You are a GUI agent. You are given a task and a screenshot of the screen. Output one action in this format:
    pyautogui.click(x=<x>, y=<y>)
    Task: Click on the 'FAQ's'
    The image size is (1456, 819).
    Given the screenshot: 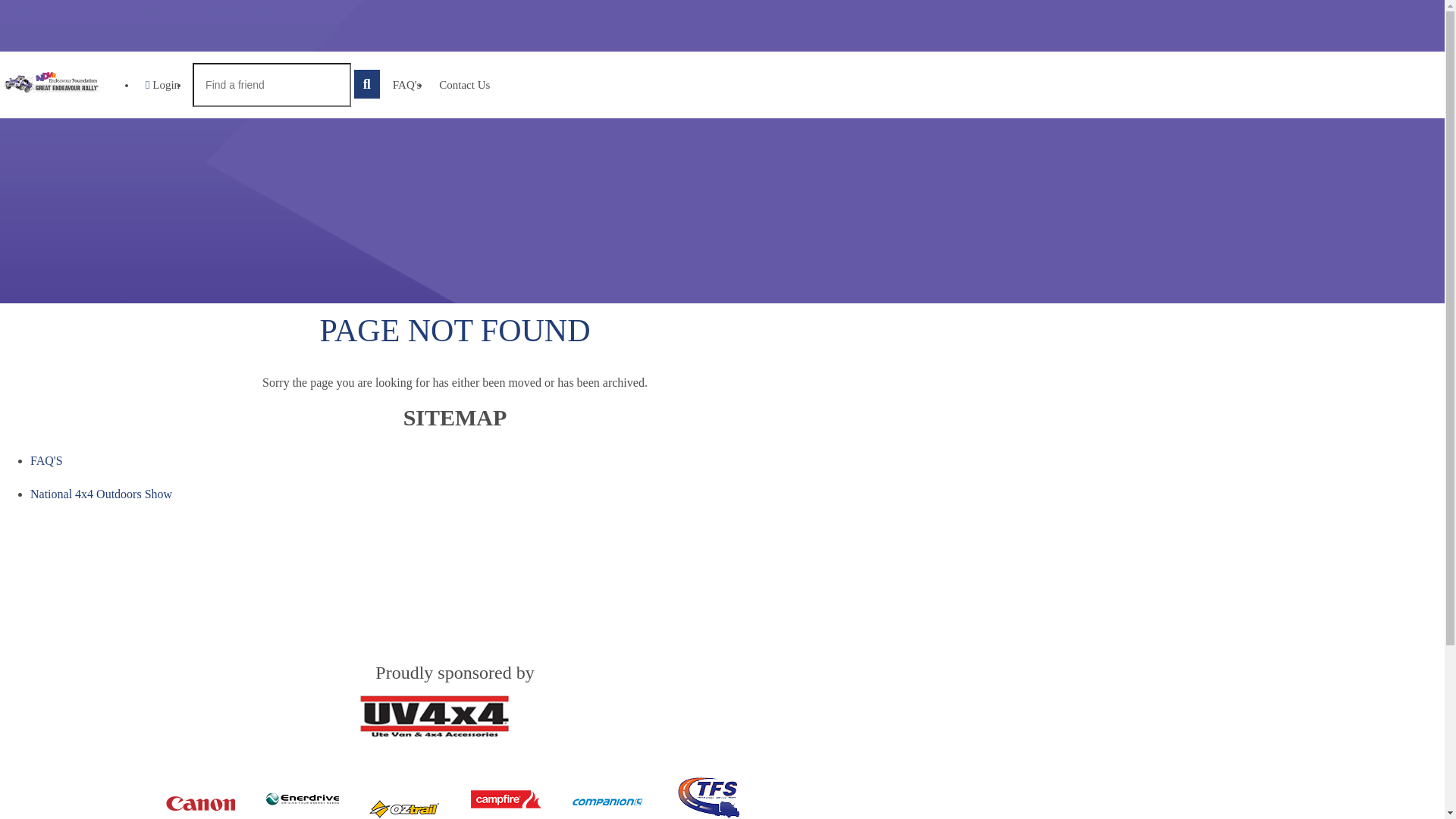 What is the action you would take?
    pyautogui.click(x=406, y=84)
    